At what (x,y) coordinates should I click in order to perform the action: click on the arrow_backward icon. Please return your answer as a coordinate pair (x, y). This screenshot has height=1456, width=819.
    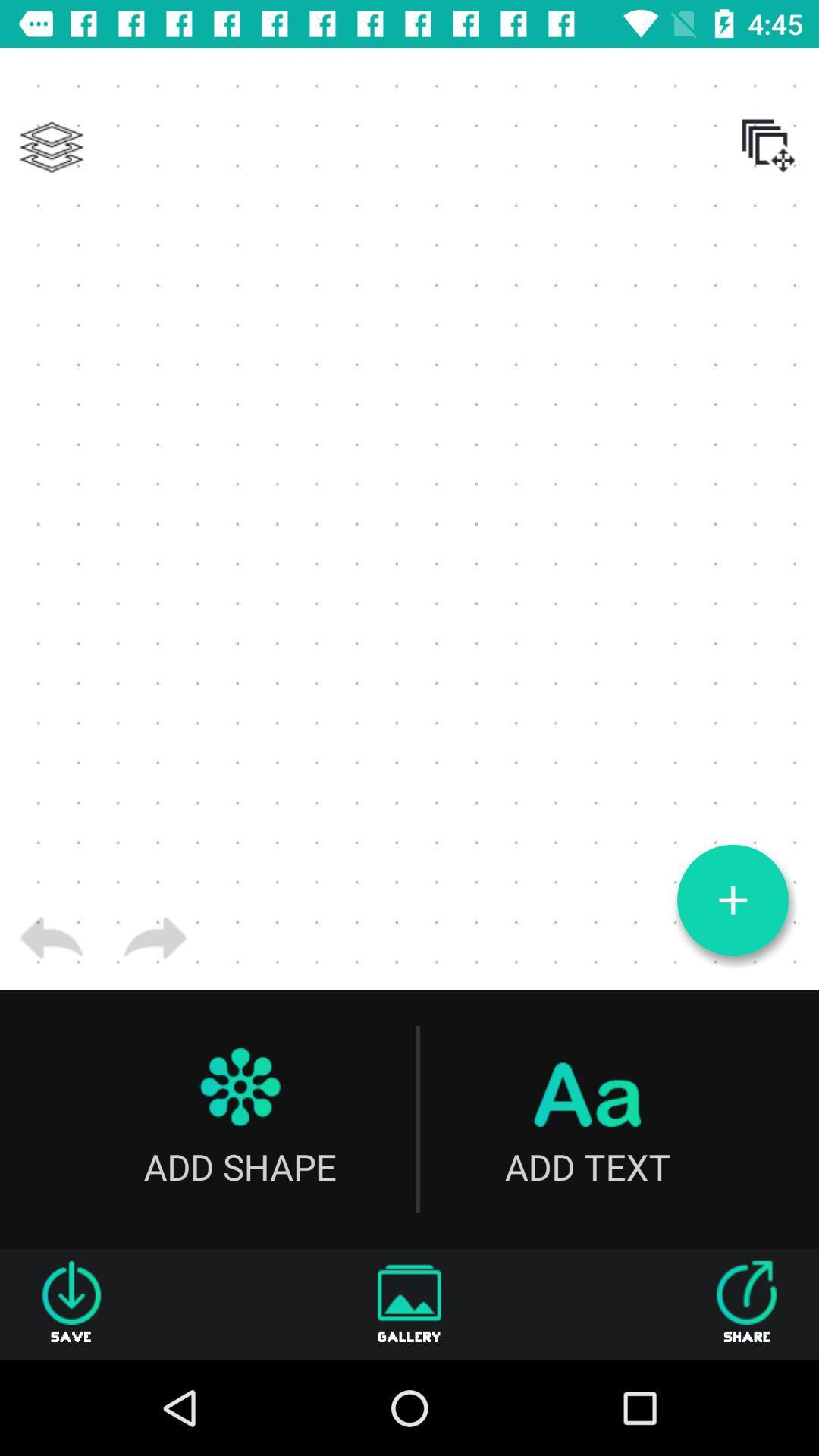
    Looking at the image, I should click on (51, 937).